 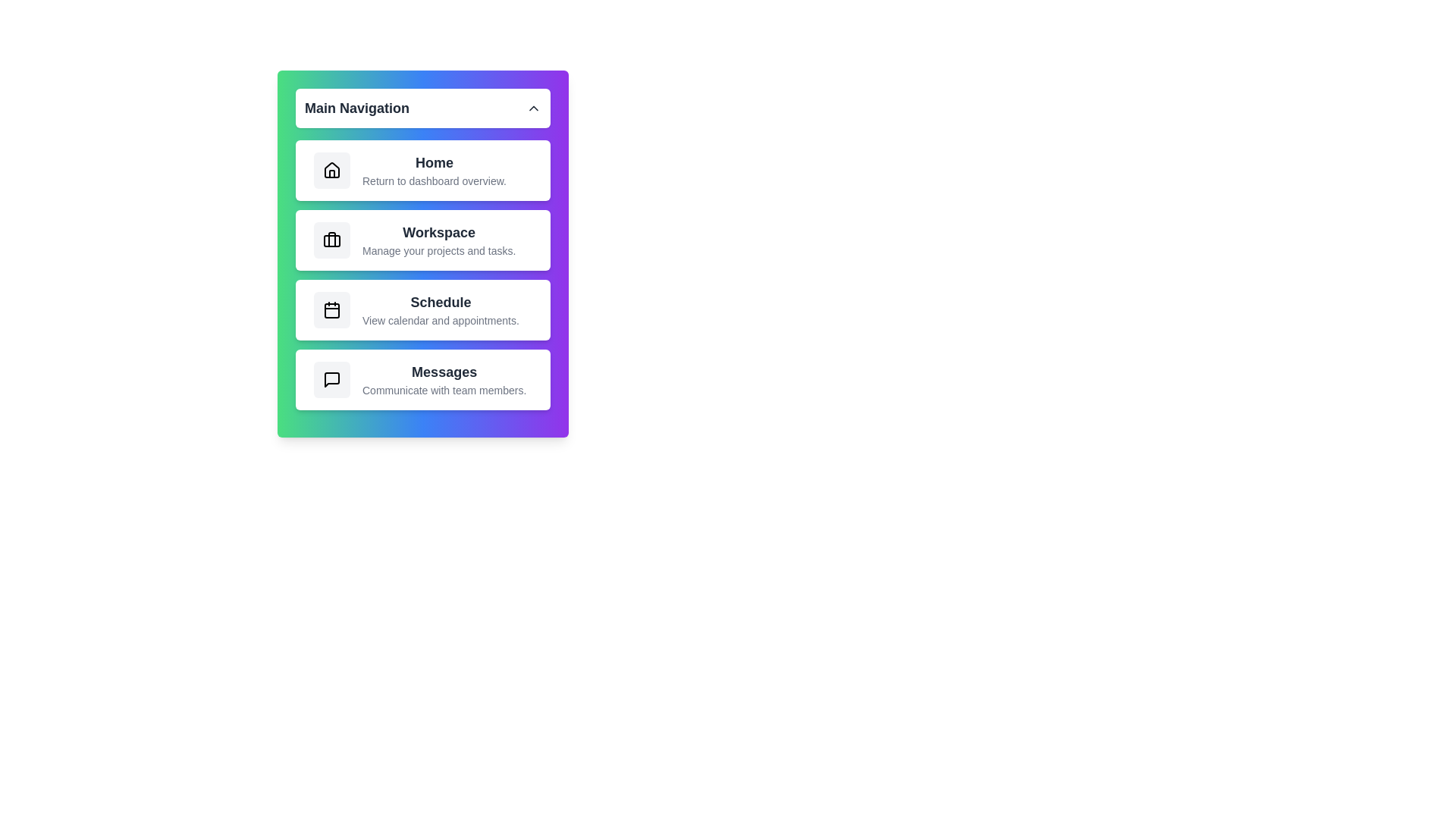 What do you see at coordinates (422, 379) in the screenshot?
I see `the 'Messages' navigation item to select it` at bounding box center [422, 379].